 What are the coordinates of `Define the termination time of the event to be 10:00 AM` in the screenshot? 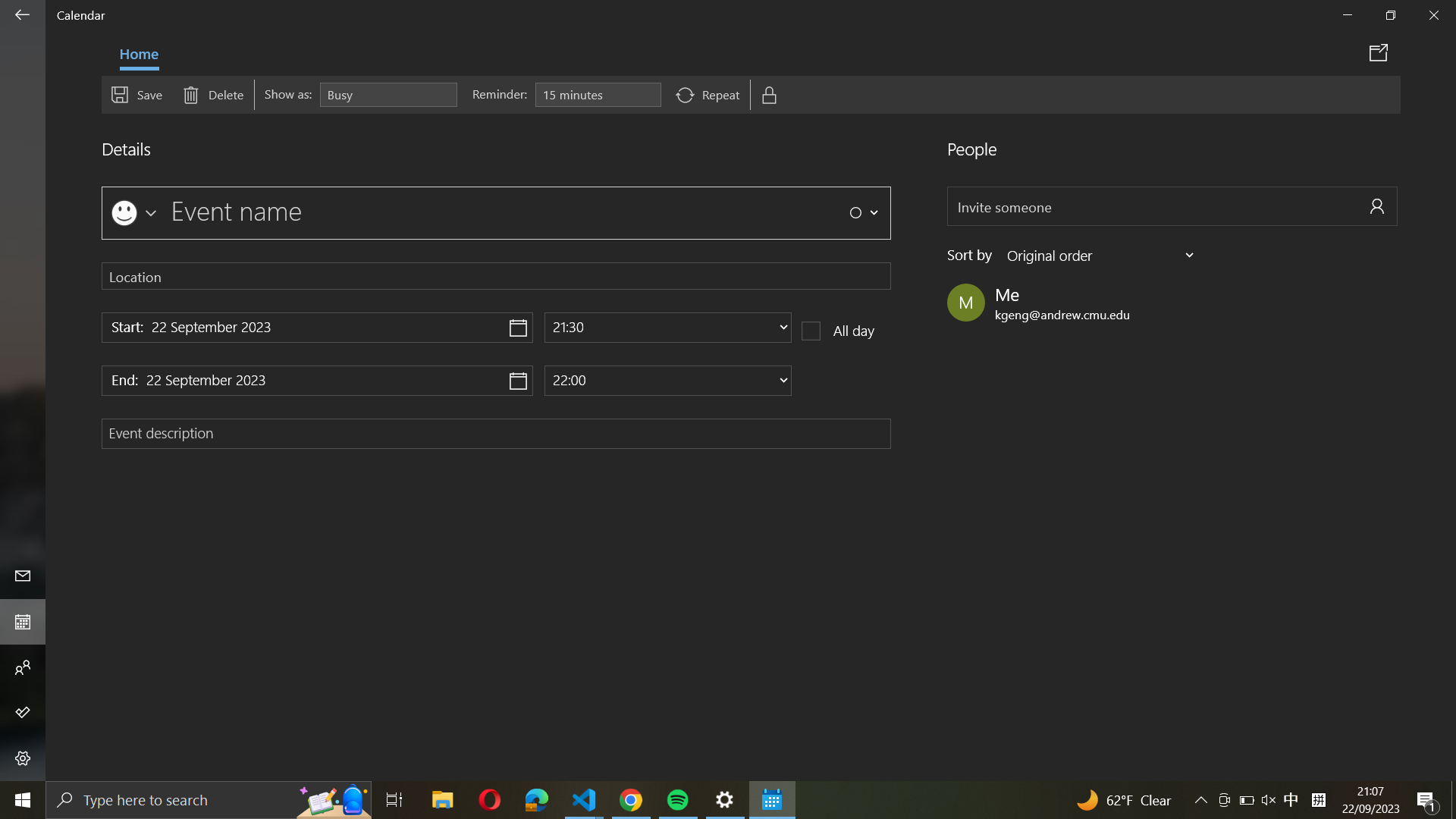 It's located at (667, 379).